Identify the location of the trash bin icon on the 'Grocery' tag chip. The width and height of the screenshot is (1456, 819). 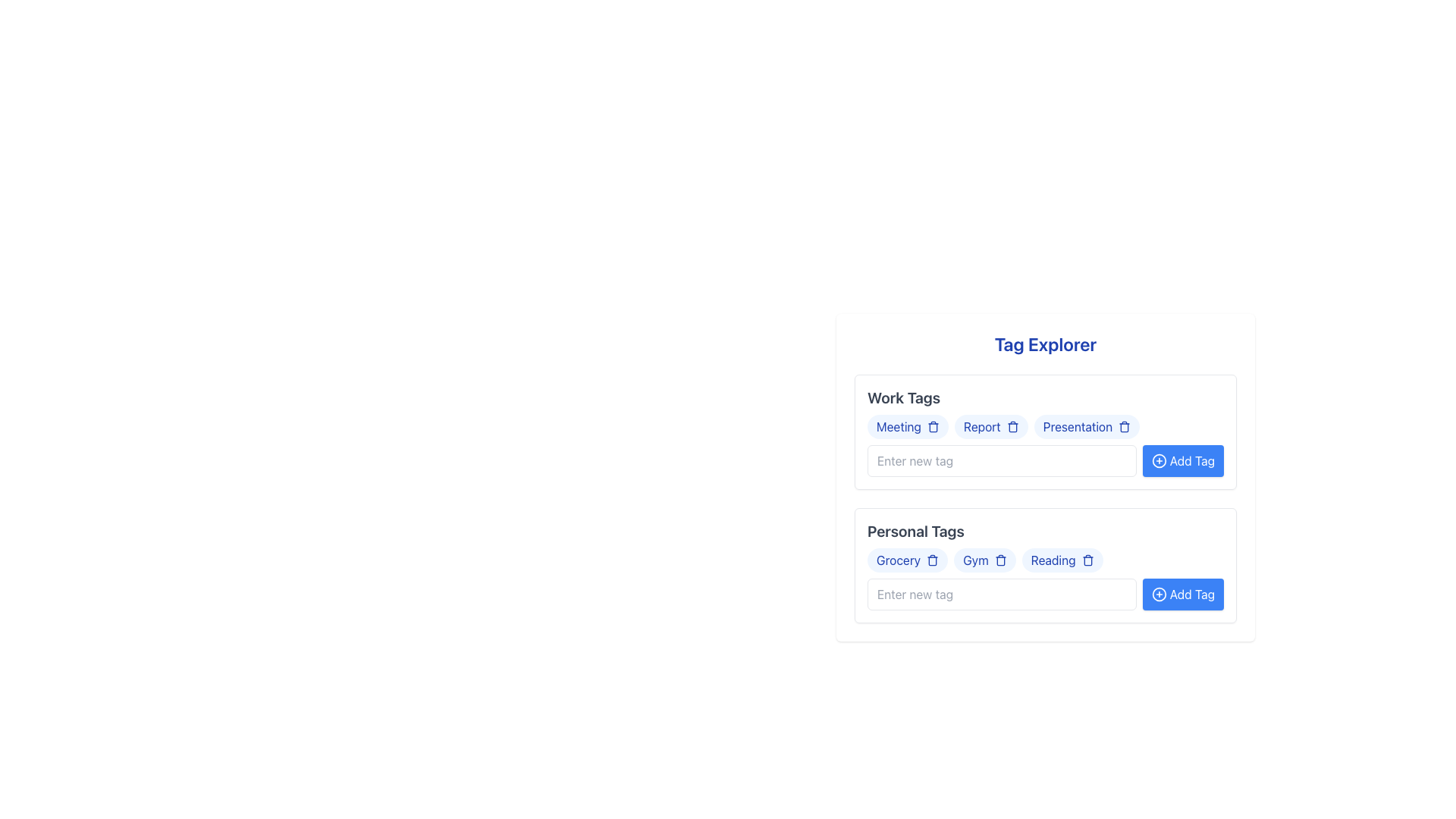
(907, 560).